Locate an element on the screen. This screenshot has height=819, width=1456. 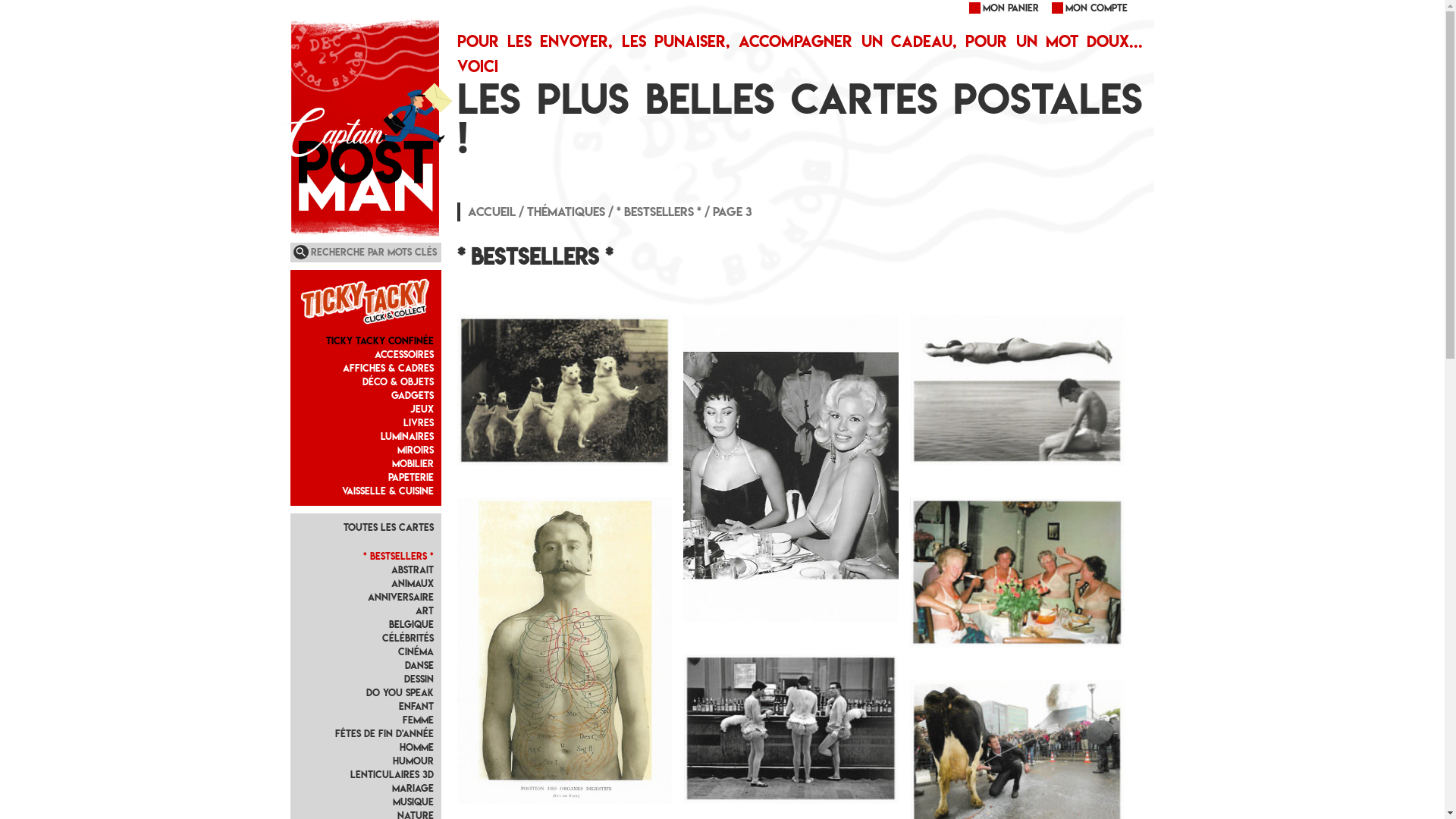
'Mon compte' is located at coordinates (1087, 8).